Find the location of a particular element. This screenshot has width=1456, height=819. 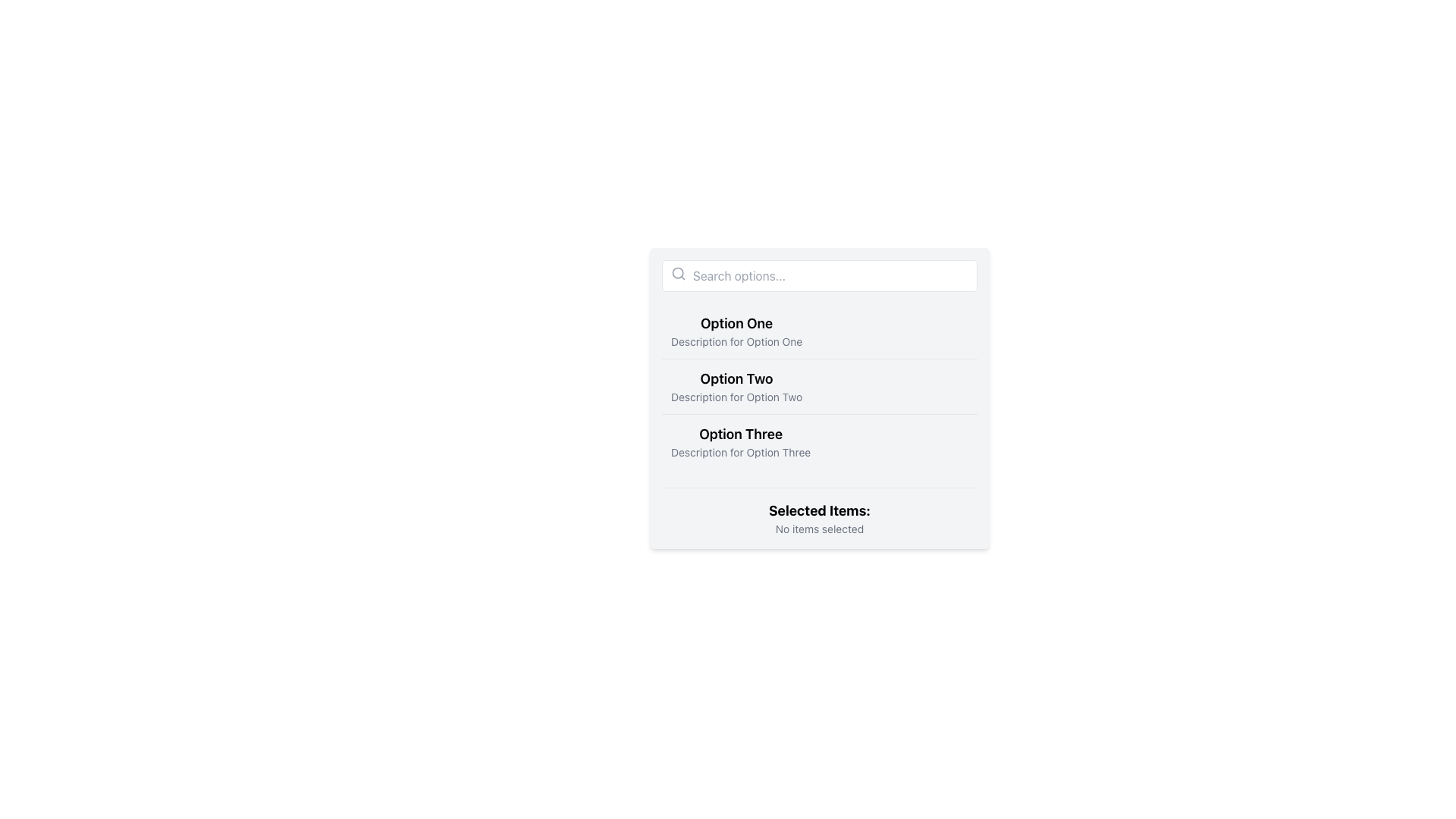

the text label displaying 'Option Two' is located at coordinates (736, 378).